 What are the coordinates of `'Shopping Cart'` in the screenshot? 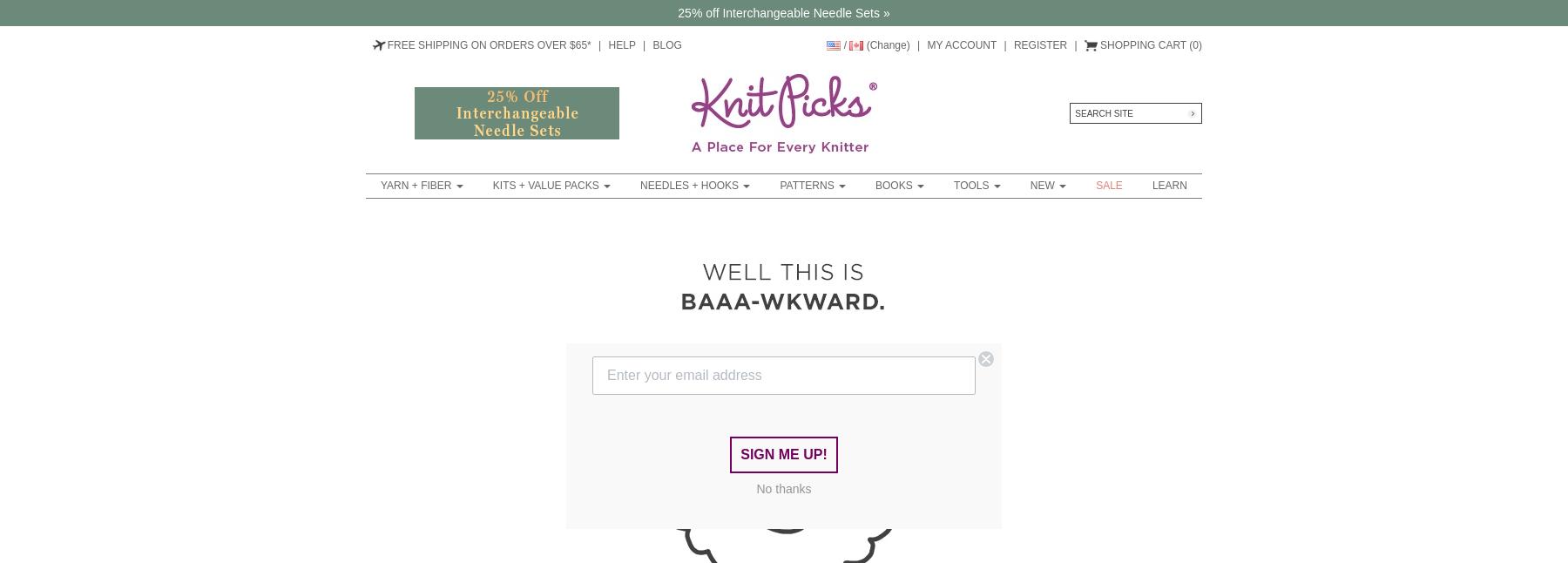 It's located at (1143, 44).